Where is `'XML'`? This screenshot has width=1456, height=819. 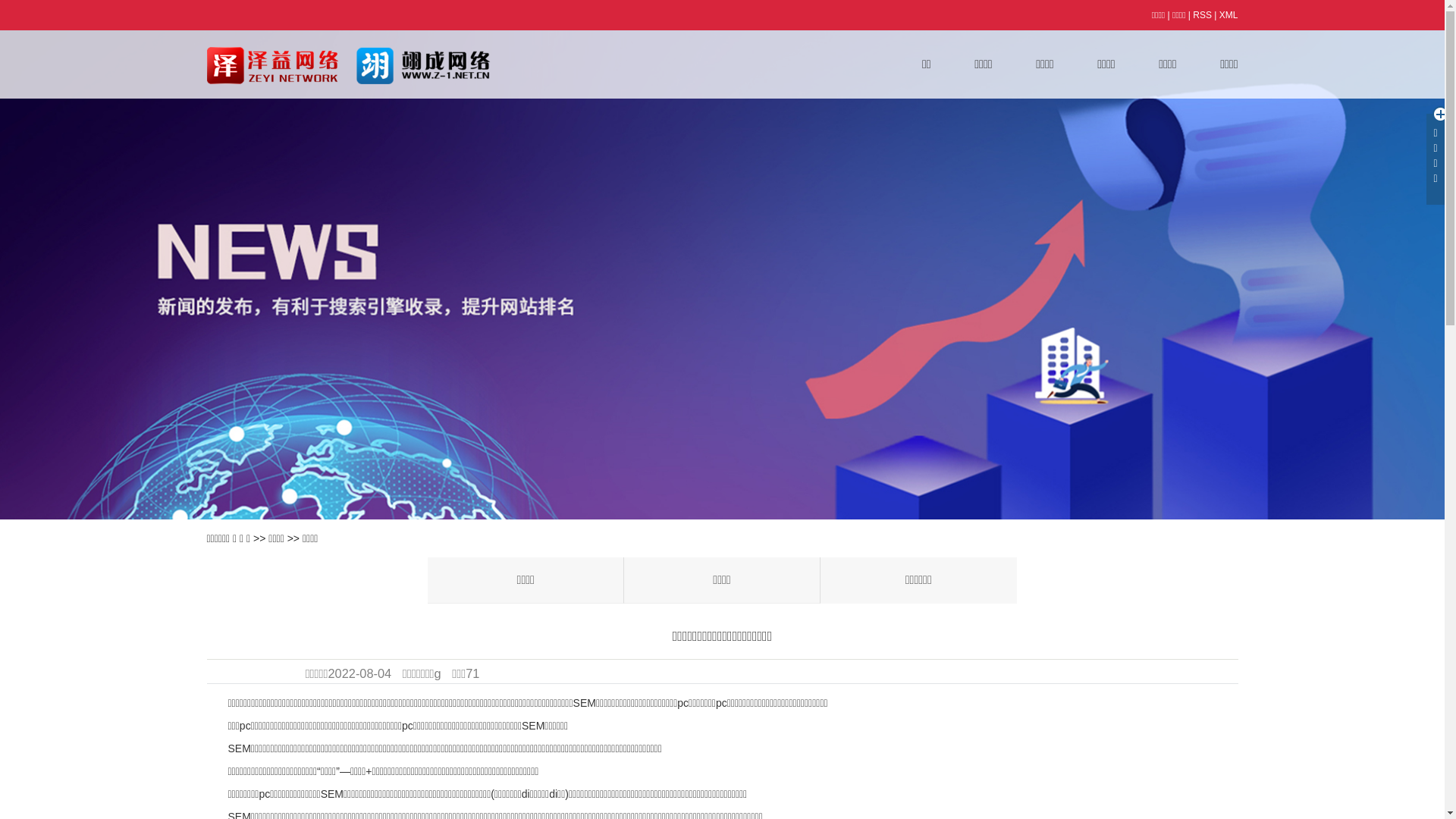
'XML' is located at coordinates (1219, 14).